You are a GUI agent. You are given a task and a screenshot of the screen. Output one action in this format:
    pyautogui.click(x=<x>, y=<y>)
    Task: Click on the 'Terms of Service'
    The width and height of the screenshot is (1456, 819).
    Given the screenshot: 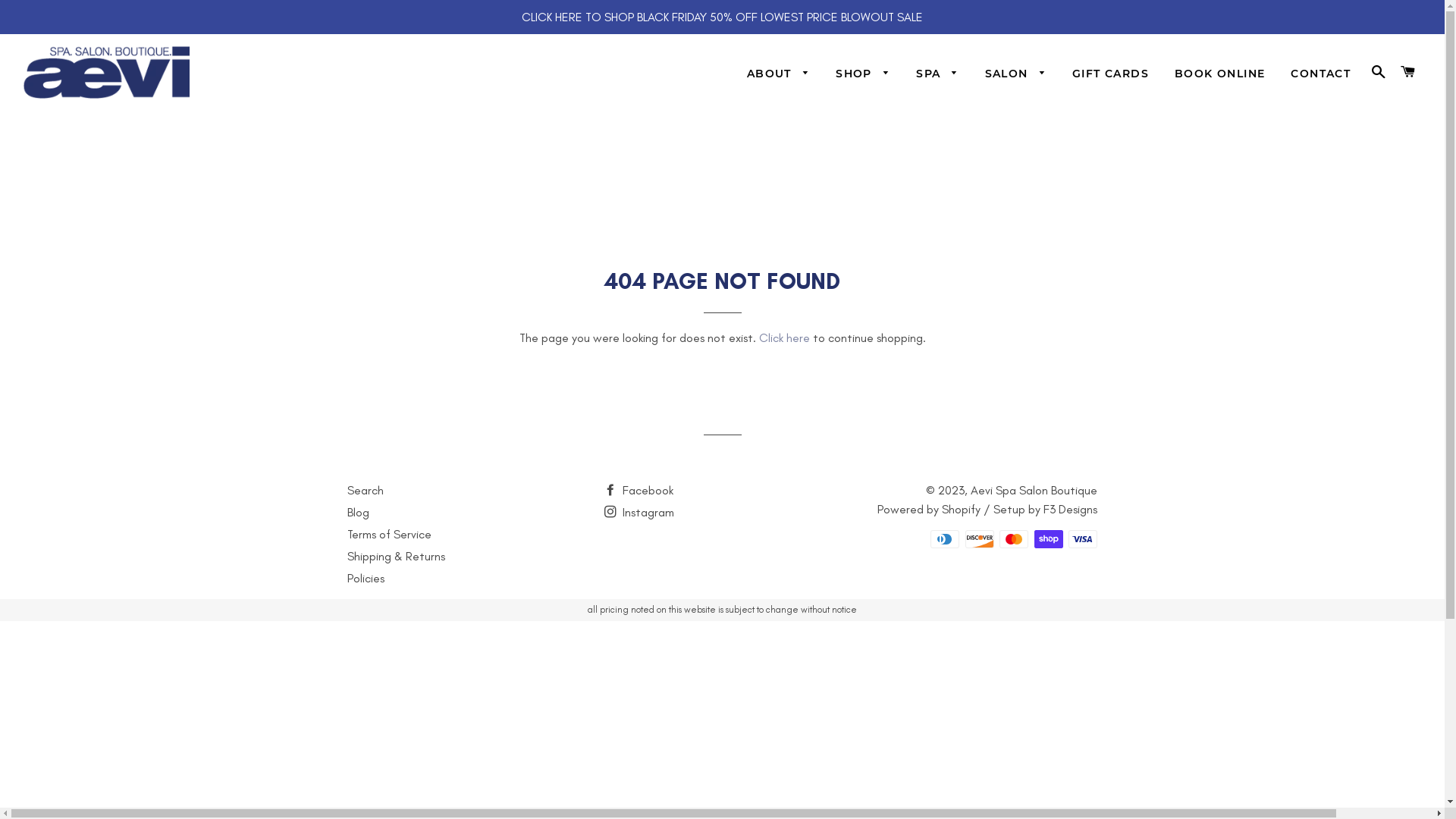 What is the action you would take?
    pyautogui.click(x=389, y=533)
    